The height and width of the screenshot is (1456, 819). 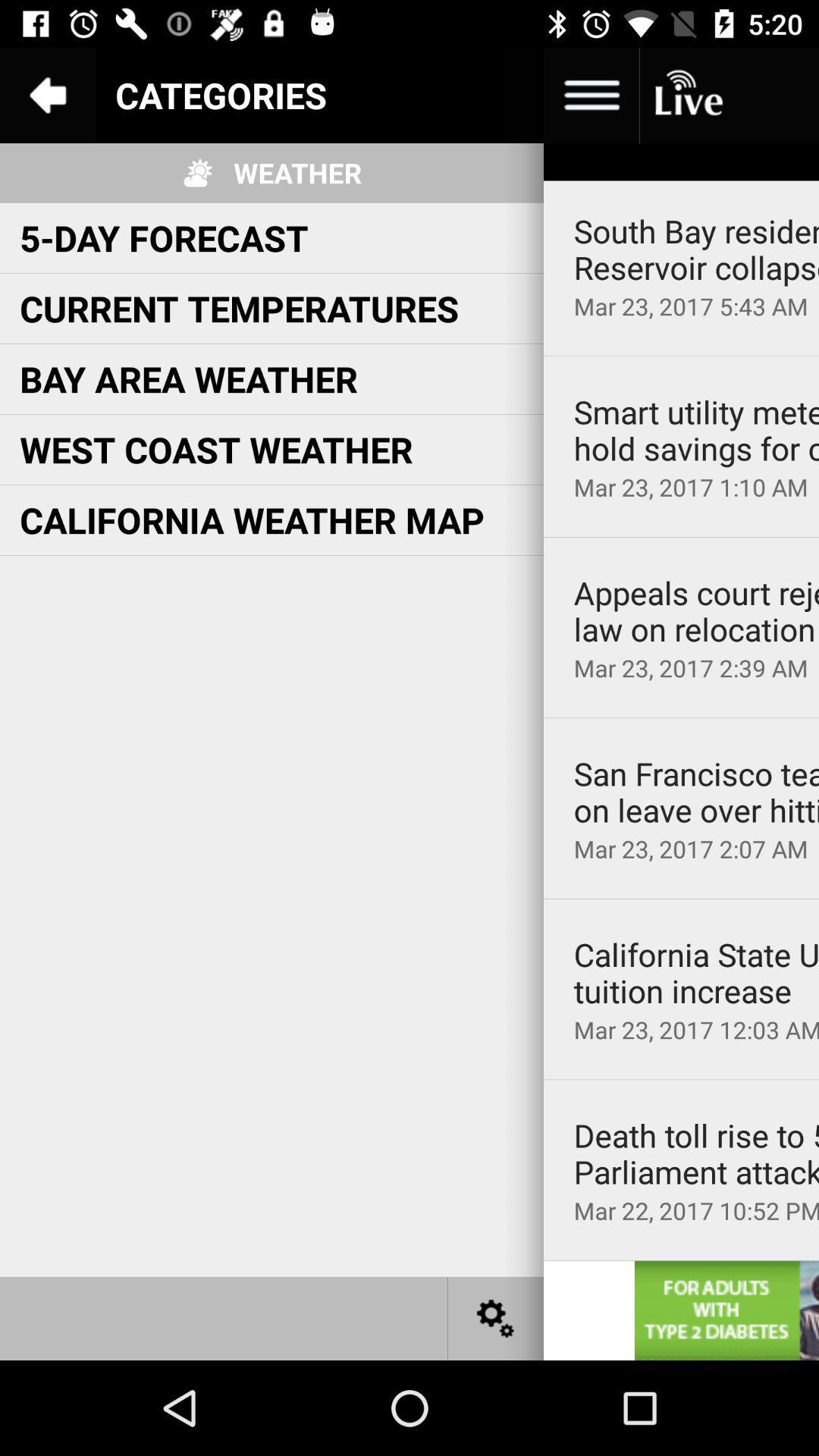 I want to click on menu page, so click(x=496, y=94).